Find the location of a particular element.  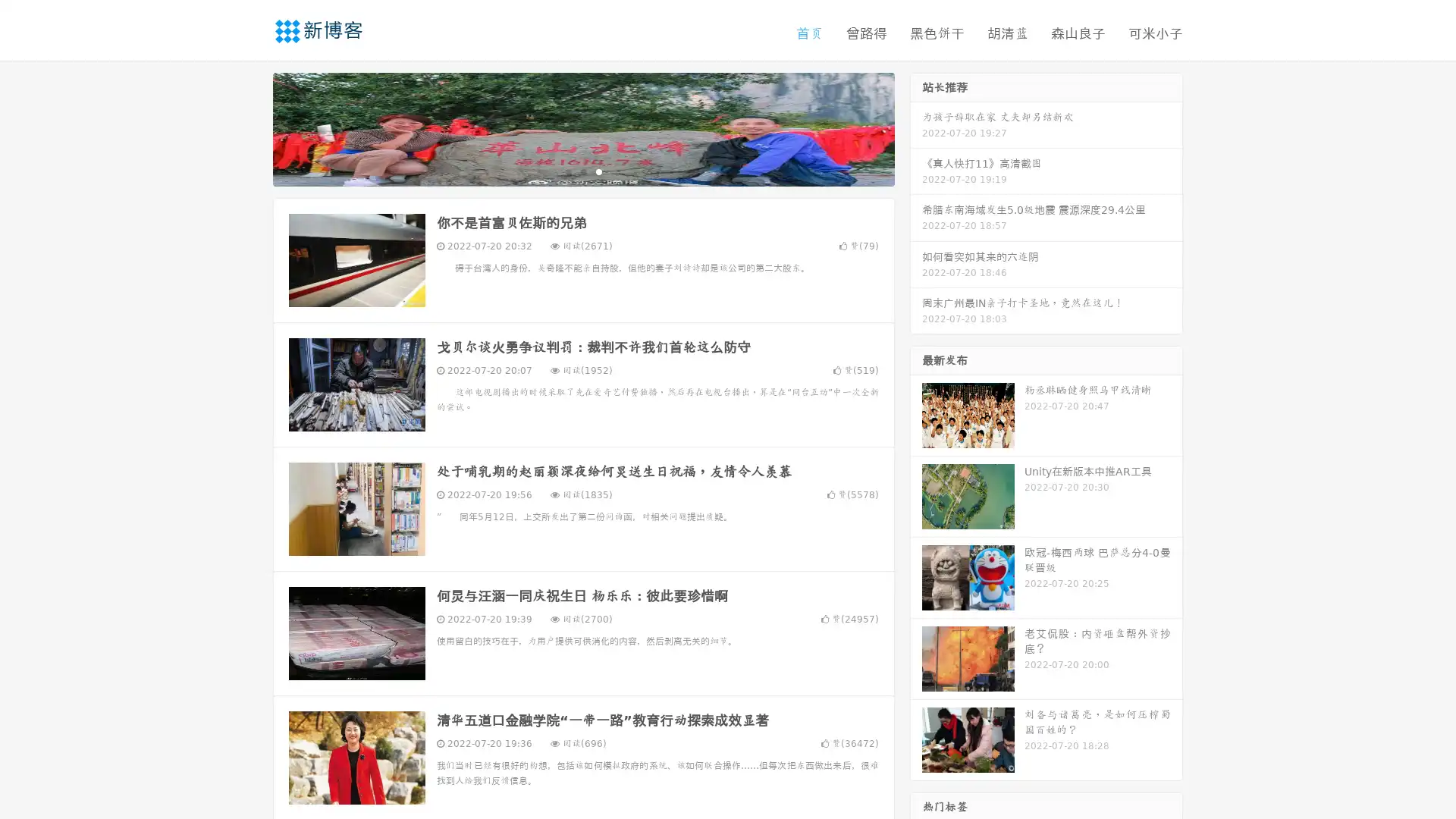

Go to slide 3 is located at coordinates (598, 171).